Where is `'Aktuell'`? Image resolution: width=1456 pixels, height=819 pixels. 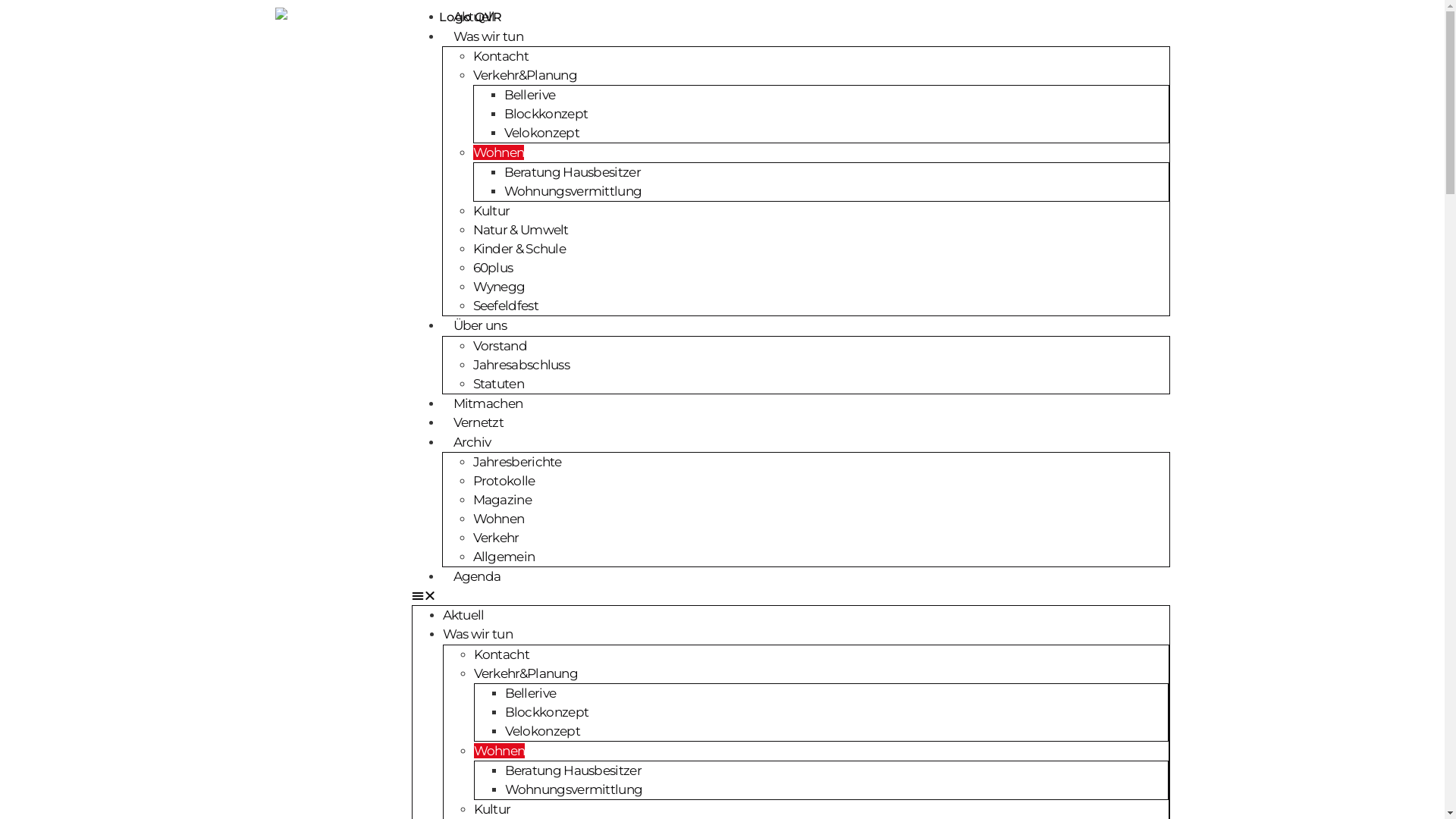 'Aktuell' is located at coordinates (463, 614).